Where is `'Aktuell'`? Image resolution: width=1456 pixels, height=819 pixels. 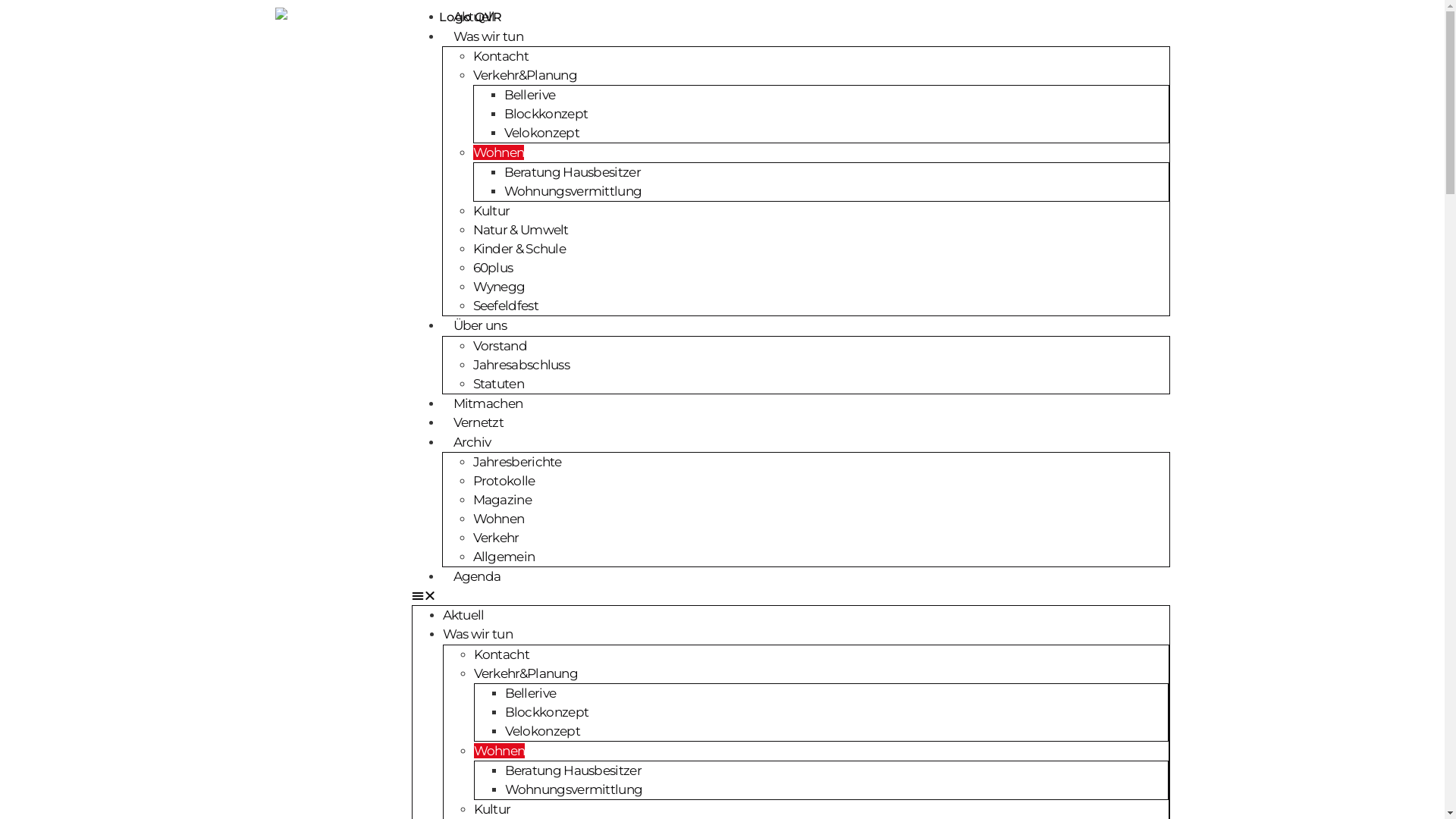 'Aktuell' is located at coordinates (463, 614).